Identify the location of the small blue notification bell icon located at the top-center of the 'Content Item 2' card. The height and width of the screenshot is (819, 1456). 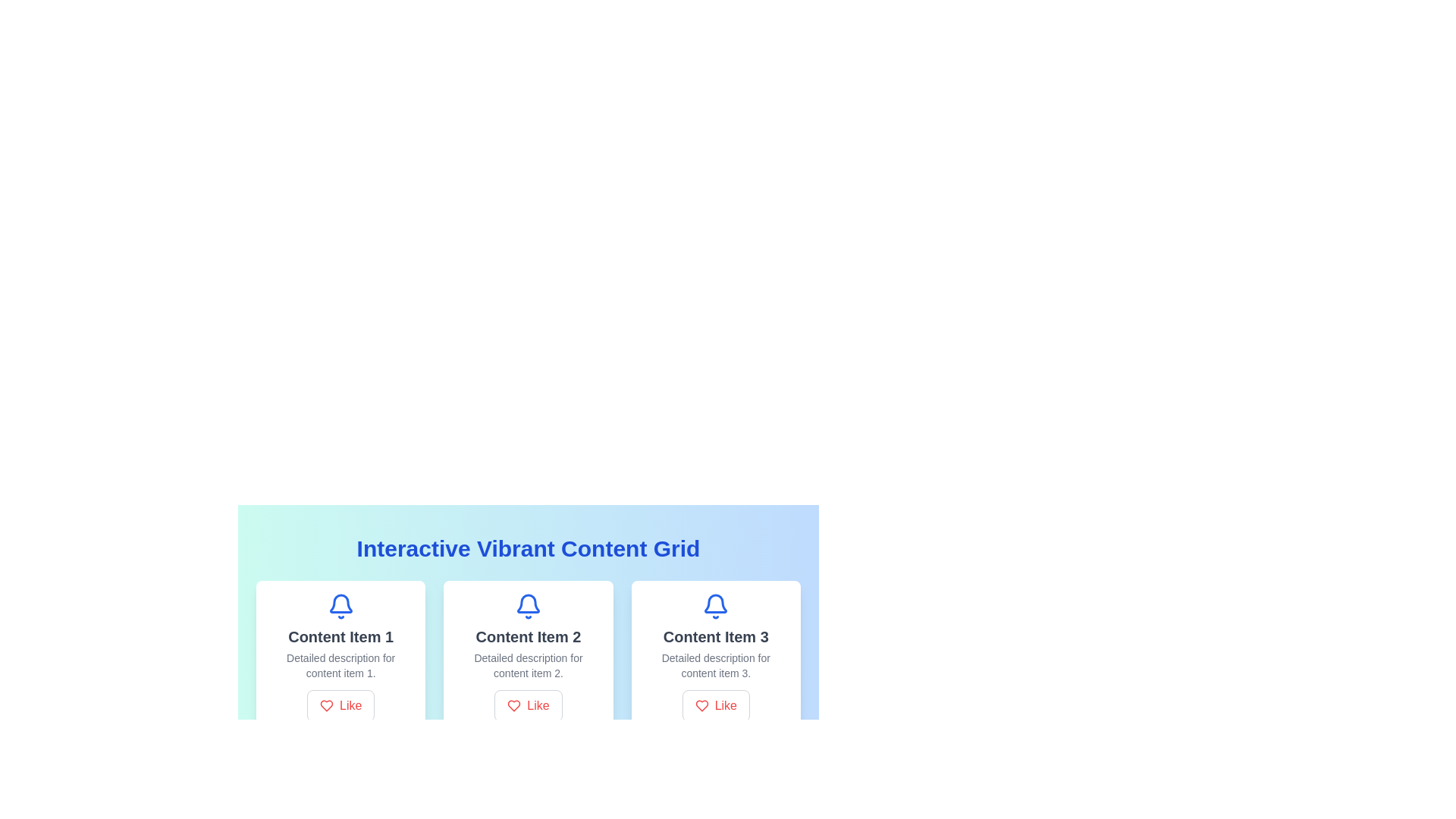
(528, 602).